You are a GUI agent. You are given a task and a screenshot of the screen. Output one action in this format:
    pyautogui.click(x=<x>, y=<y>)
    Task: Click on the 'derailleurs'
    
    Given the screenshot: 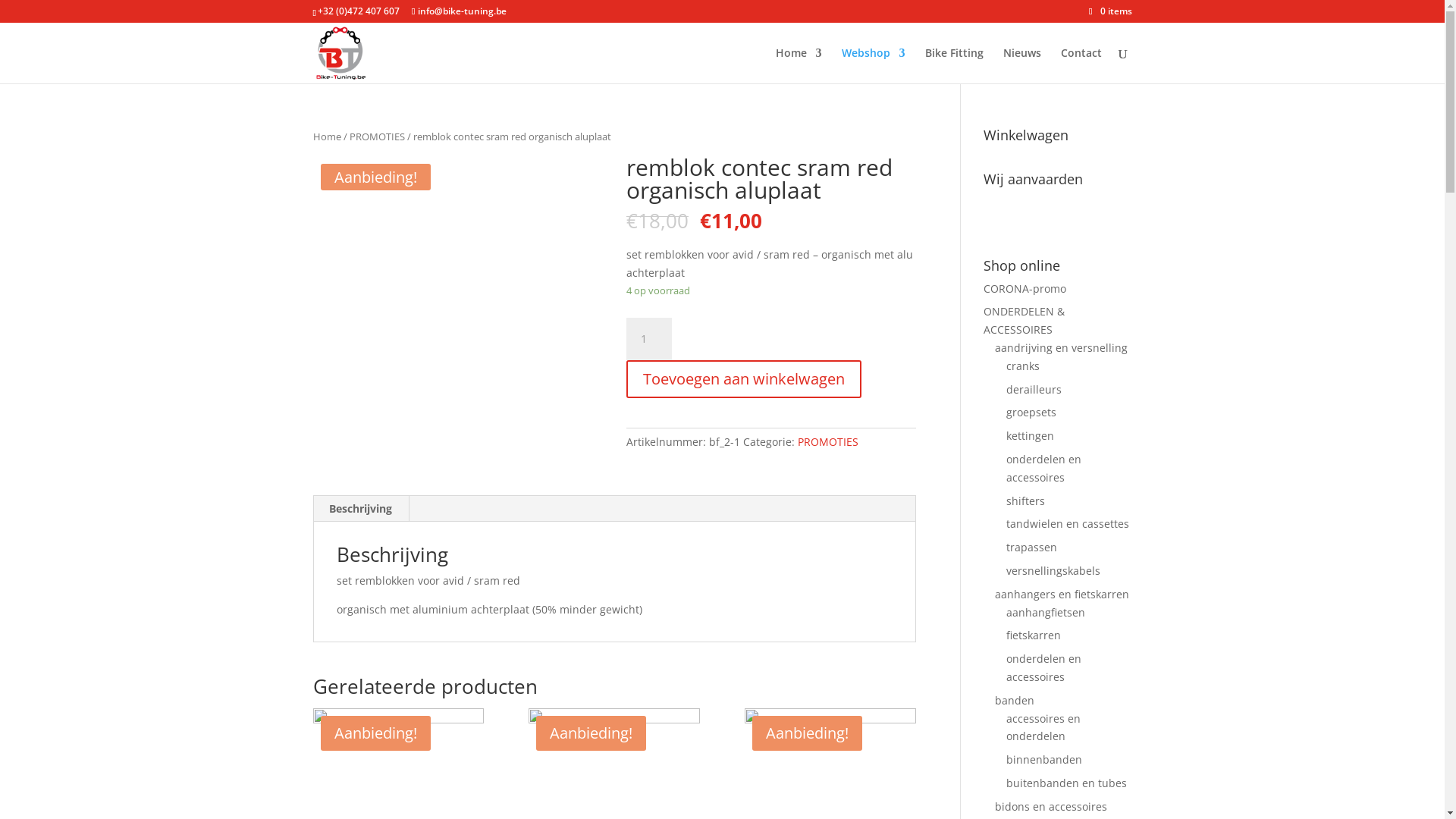 What is the action you would take?
    pyautogui.click(x=1033, y=388)
    